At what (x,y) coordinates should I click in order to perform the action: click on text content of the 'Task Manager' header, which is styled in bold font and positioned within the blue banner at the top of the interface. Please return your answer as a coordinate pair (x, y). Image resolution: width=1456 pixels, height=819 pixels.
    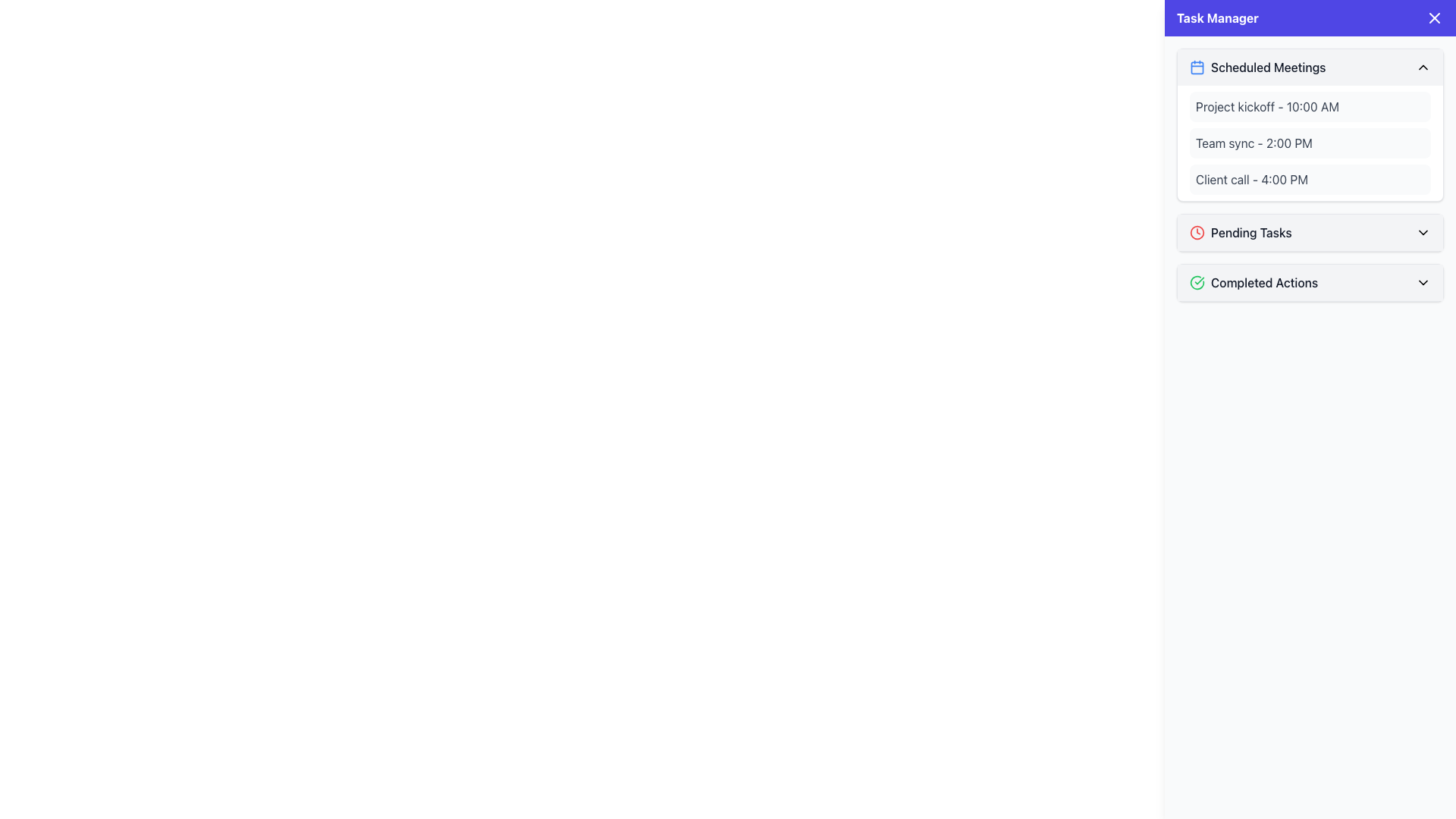
    Looking at the image, I should click on (1217, 17).